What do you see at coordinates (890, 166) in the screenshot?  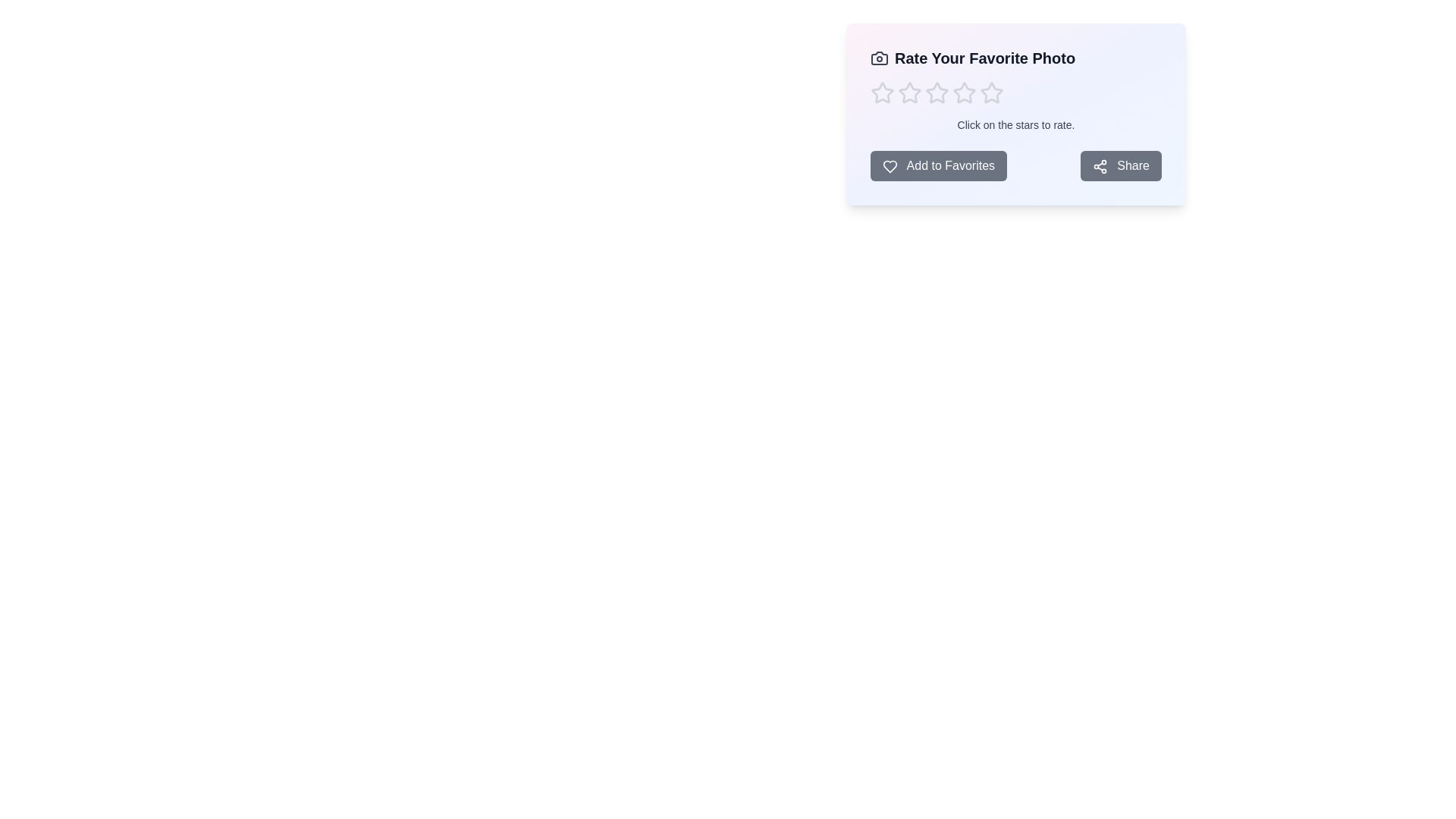 I see `the visual appearance of the heart-shaped icon located at the leftmost part of the 'Add to Favorites' button, which is situated below the star rating section and to the left of the 'Share' button` at bounding box center [890, 166].